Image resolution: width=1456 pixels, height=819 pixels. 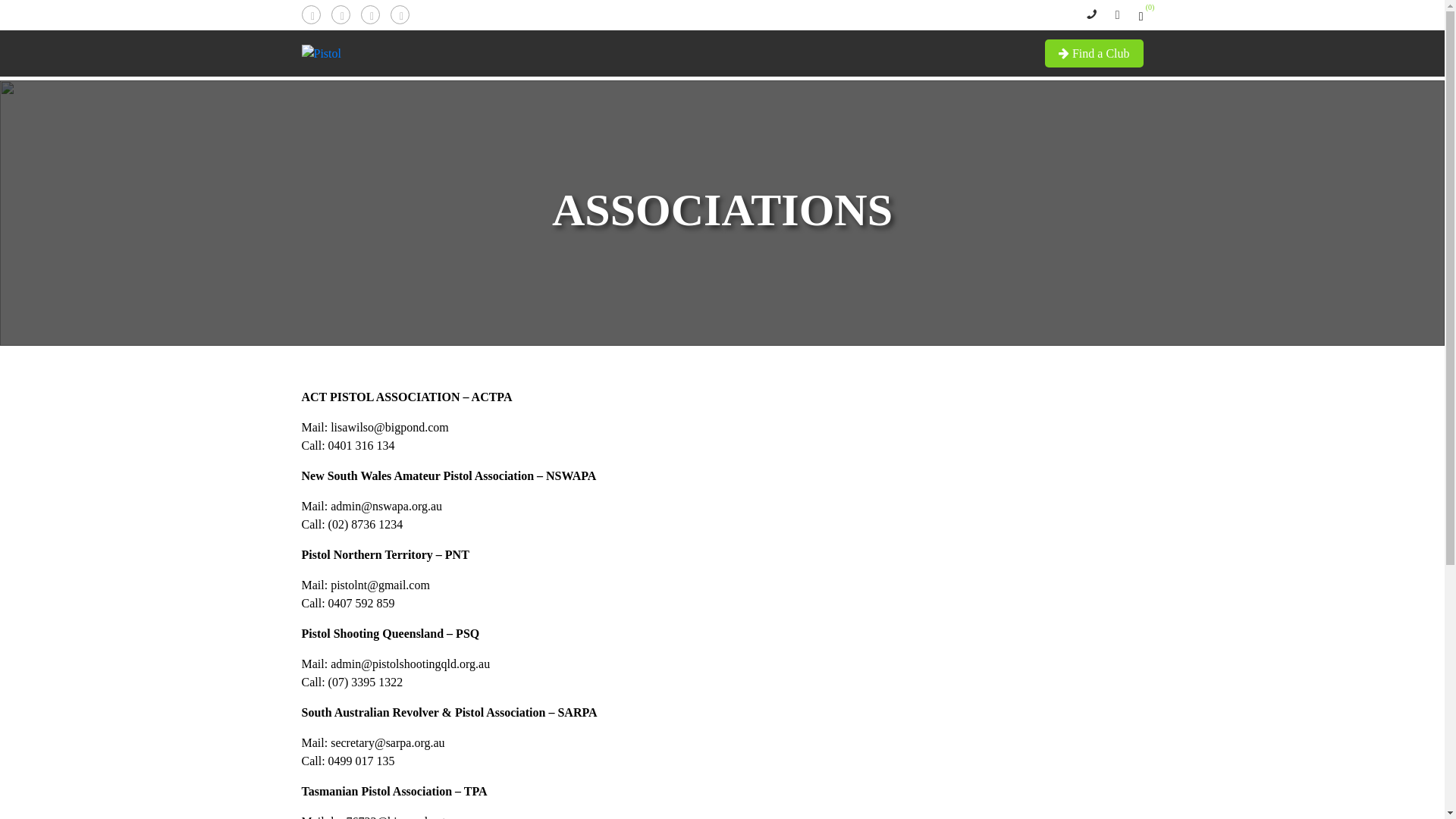 I want to click on 'facebook', so click(x=310, y=14).